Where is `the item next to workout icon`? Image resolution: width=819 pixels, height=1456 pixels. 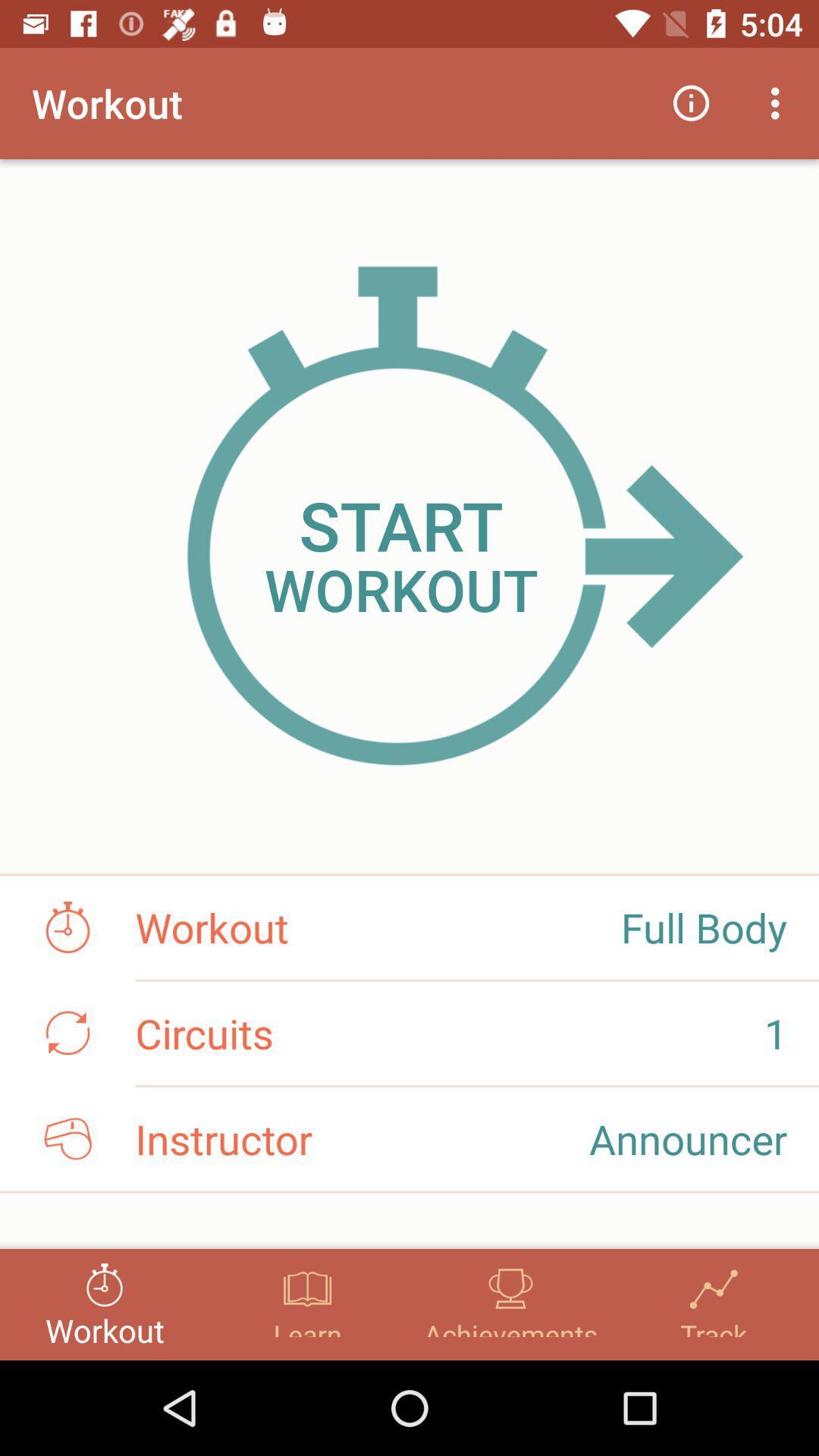 the item next to workout icon is located at coordinates (691, 102).